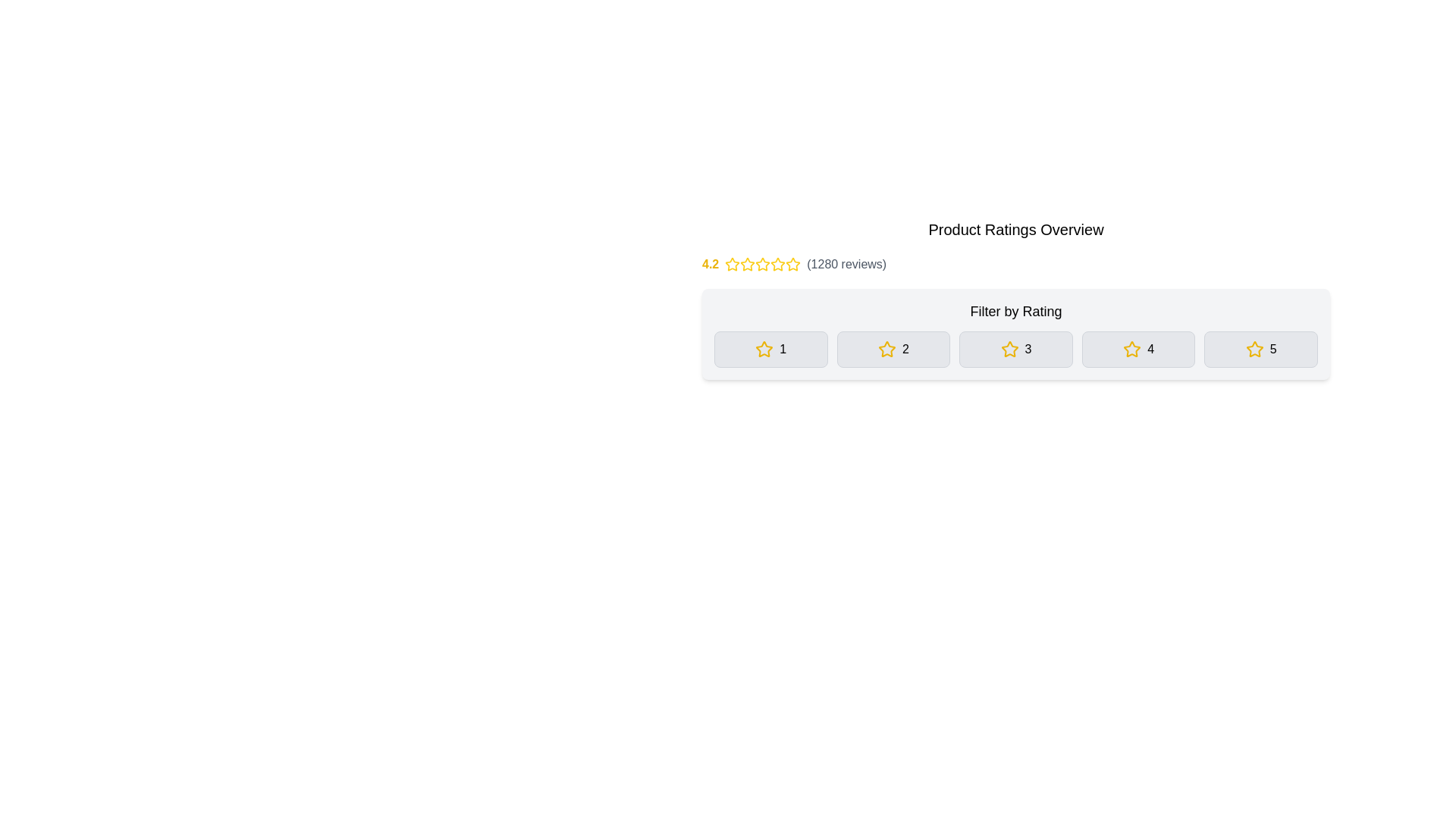 The width and height of the screenshot is (1456, 819). What do you see at coordinates (893, 350) in the screenshot?
I see `the '2-star' filter button` at bounding box center [893, 350].